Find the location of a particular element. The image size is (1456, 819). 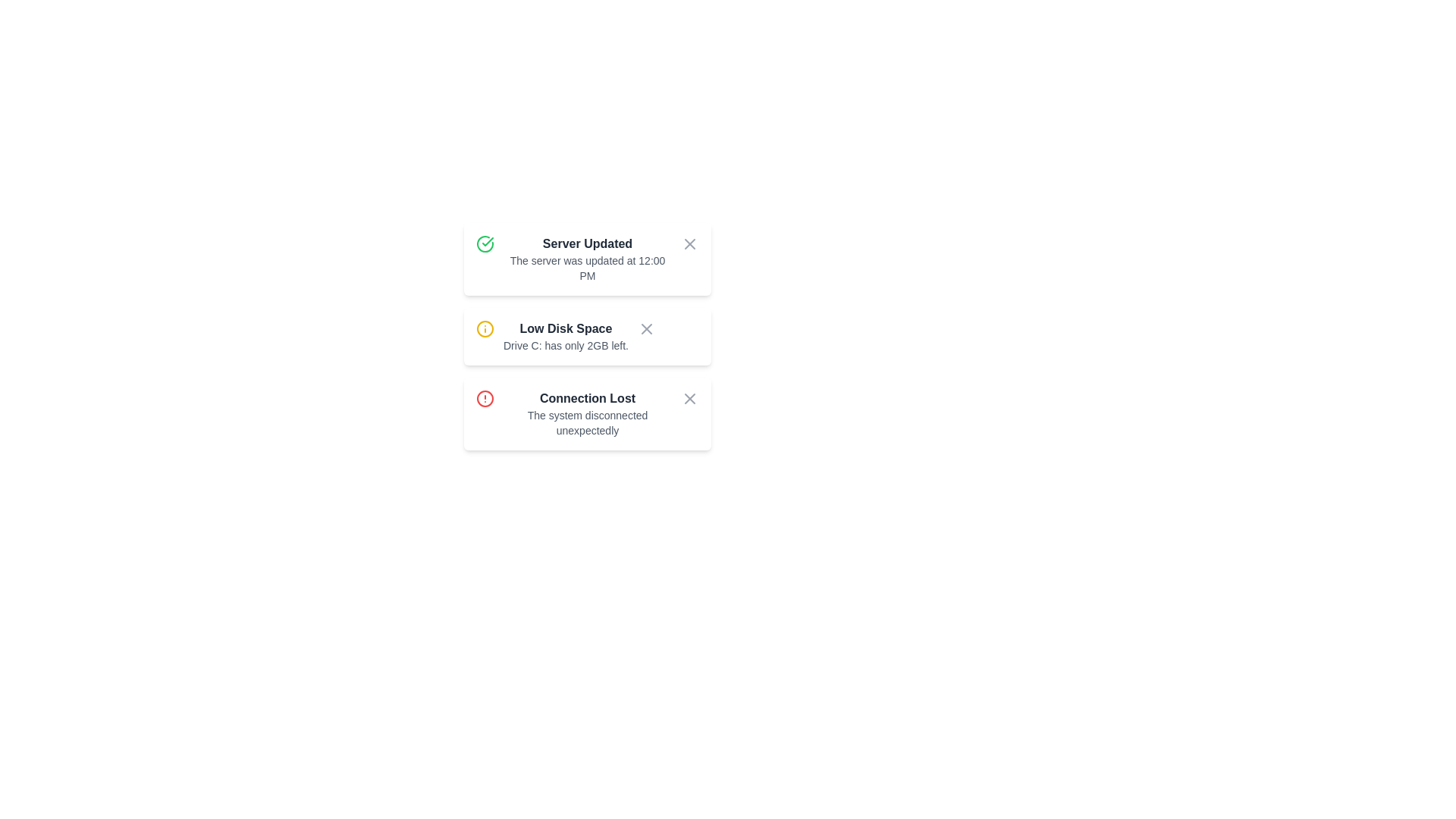

the text label that provides additional detail about the status of the server update, located beneath the title 'Server Updated' is located at coordinates (586, 268).